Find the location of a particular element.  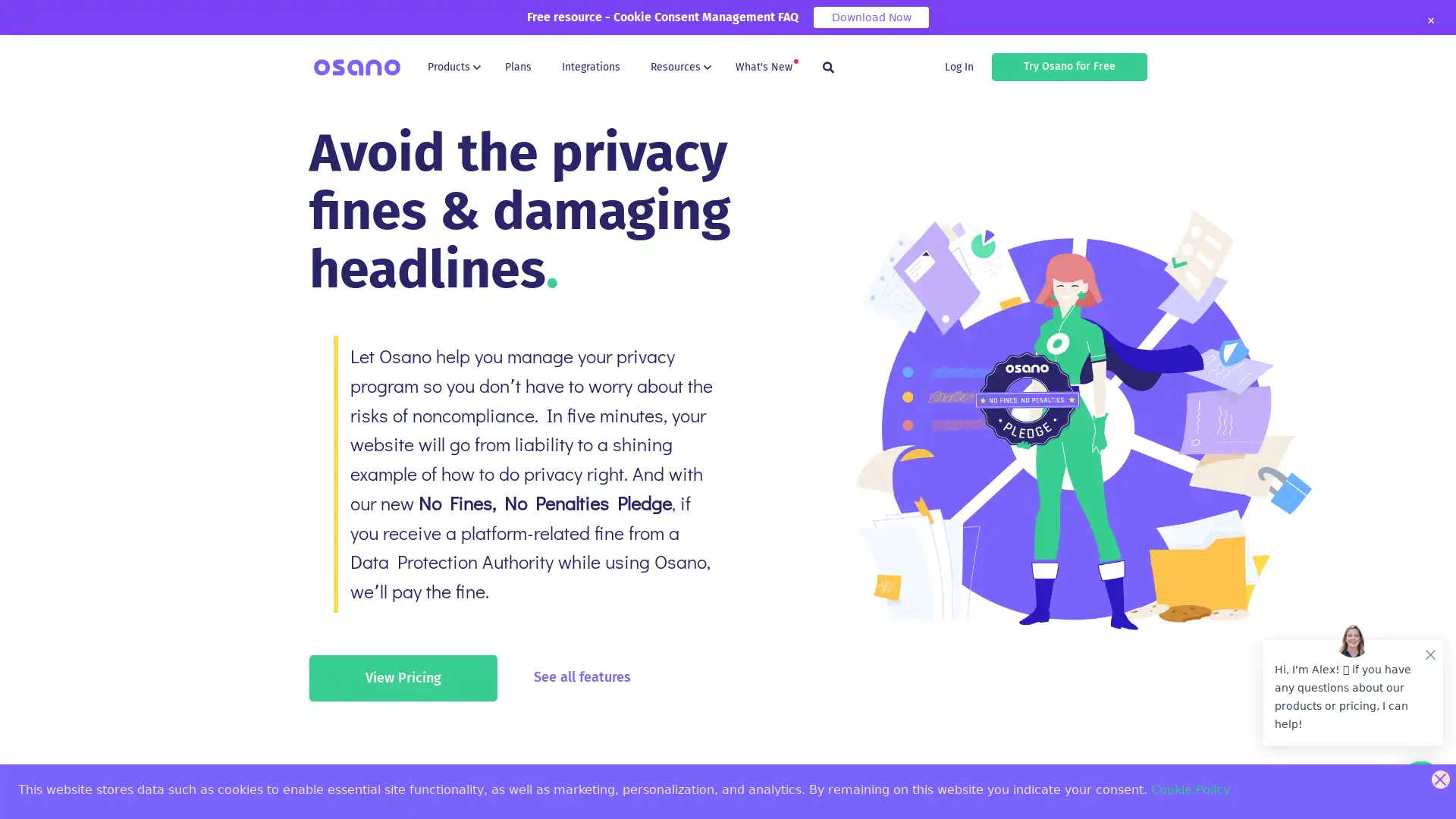

Close is located at coordinates (1429, 20).